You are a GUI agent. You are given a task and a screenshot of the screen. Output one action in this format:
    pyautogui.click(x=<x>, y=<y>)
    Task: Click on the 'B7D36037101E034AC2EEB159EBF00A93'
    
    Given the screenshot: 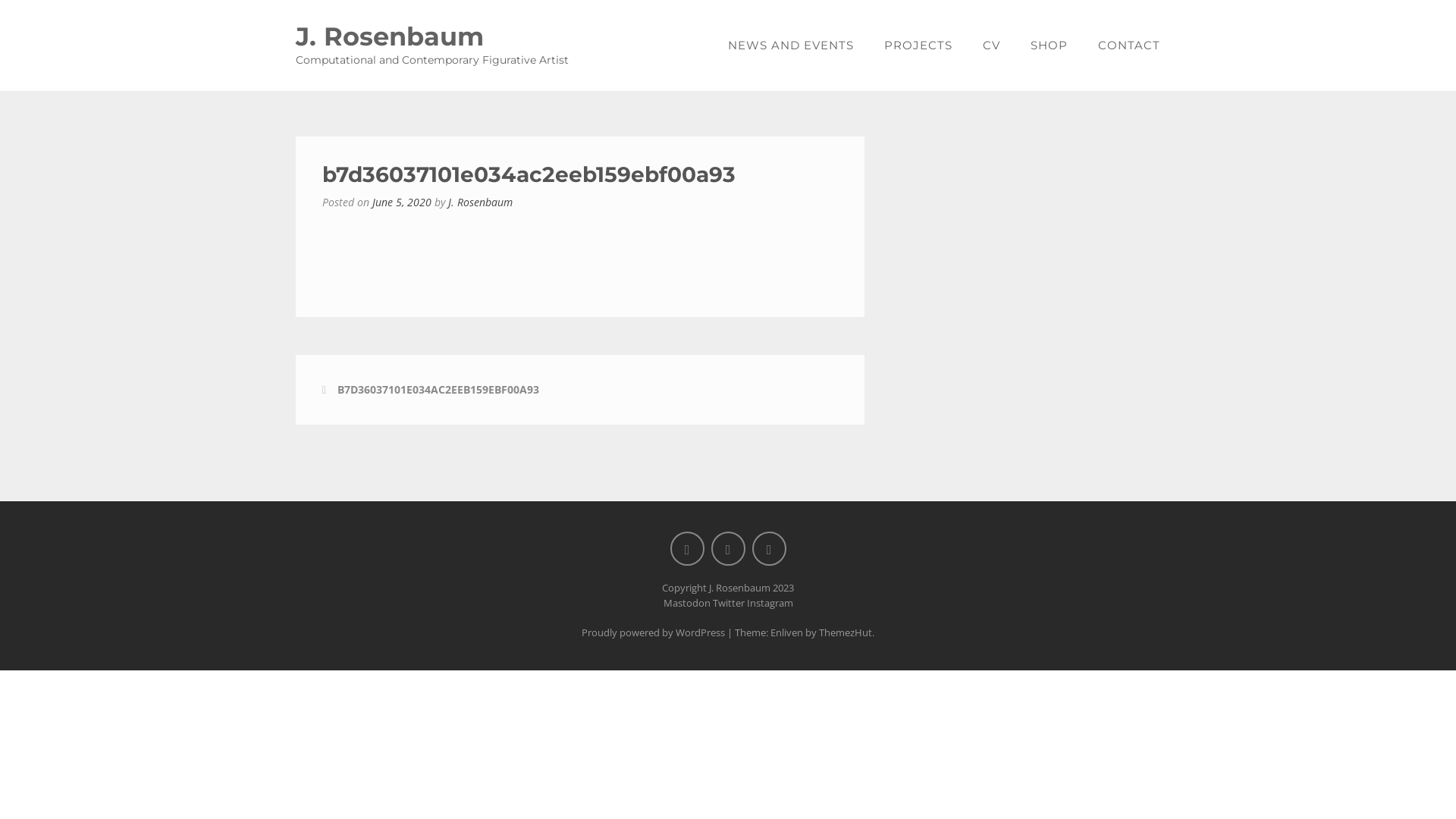 What is the action you would take?
    pyautogui.click(x=437, y=388)
    